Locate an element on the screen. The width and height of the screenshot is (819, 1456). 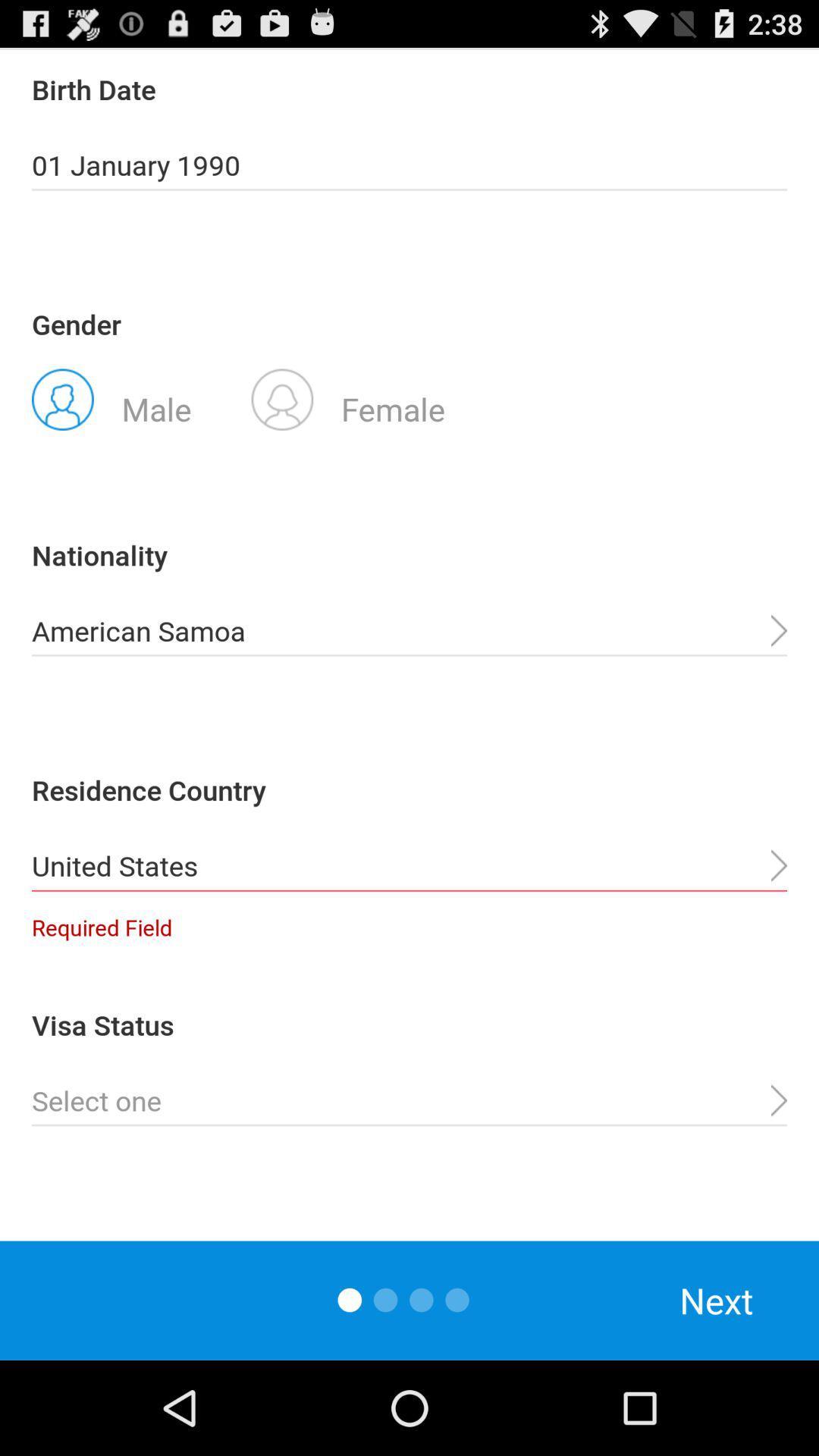
the app above nationality item is located at coordinates (111, 398).